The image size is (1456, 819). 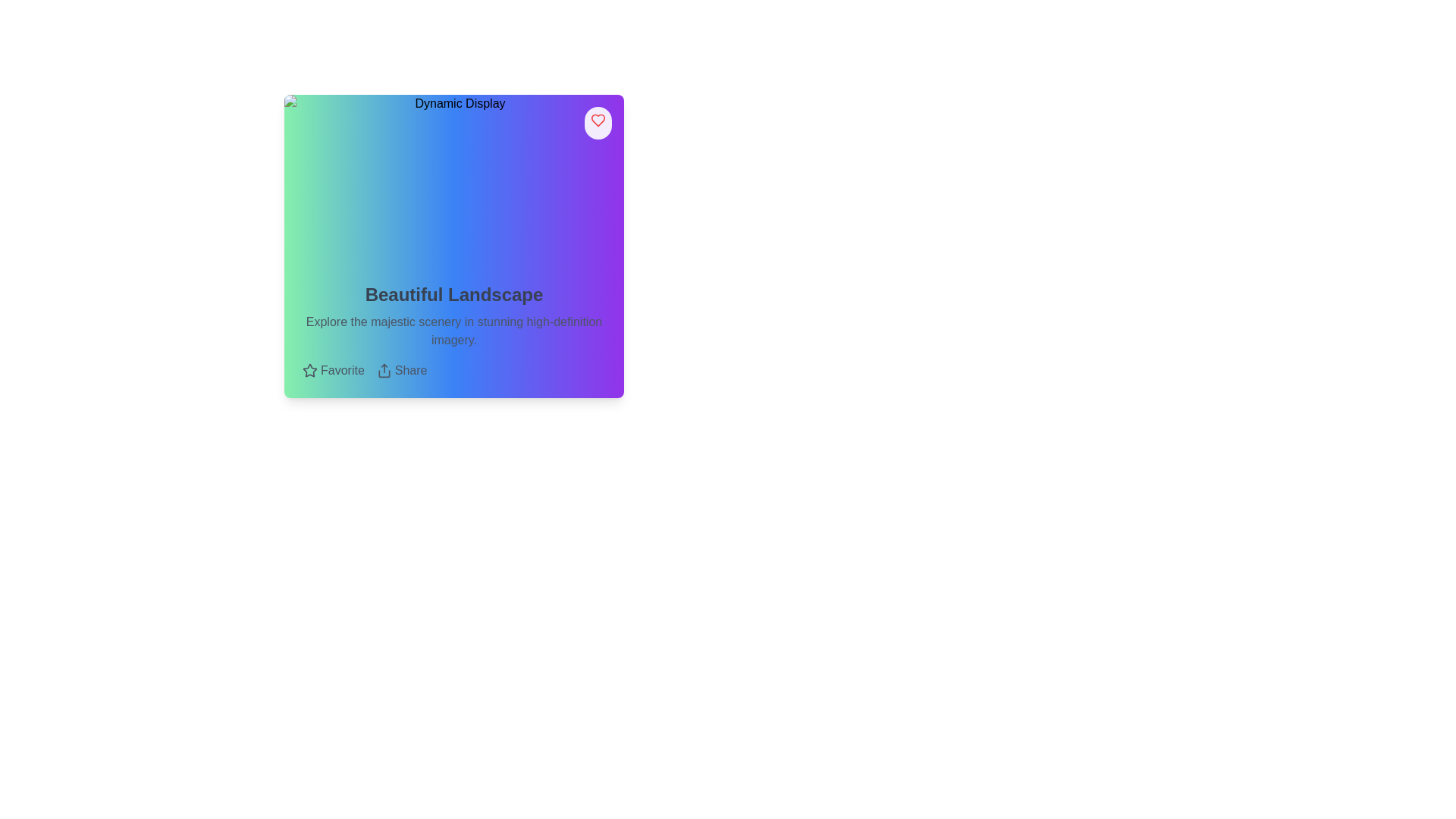 What do you see at coordinates (597, 119) in the screenshot?
I see `the heart icon located in the upper-right corner of the card interface, which represents a 'favorite' or 'like' action` at bounding box center [597, 119].